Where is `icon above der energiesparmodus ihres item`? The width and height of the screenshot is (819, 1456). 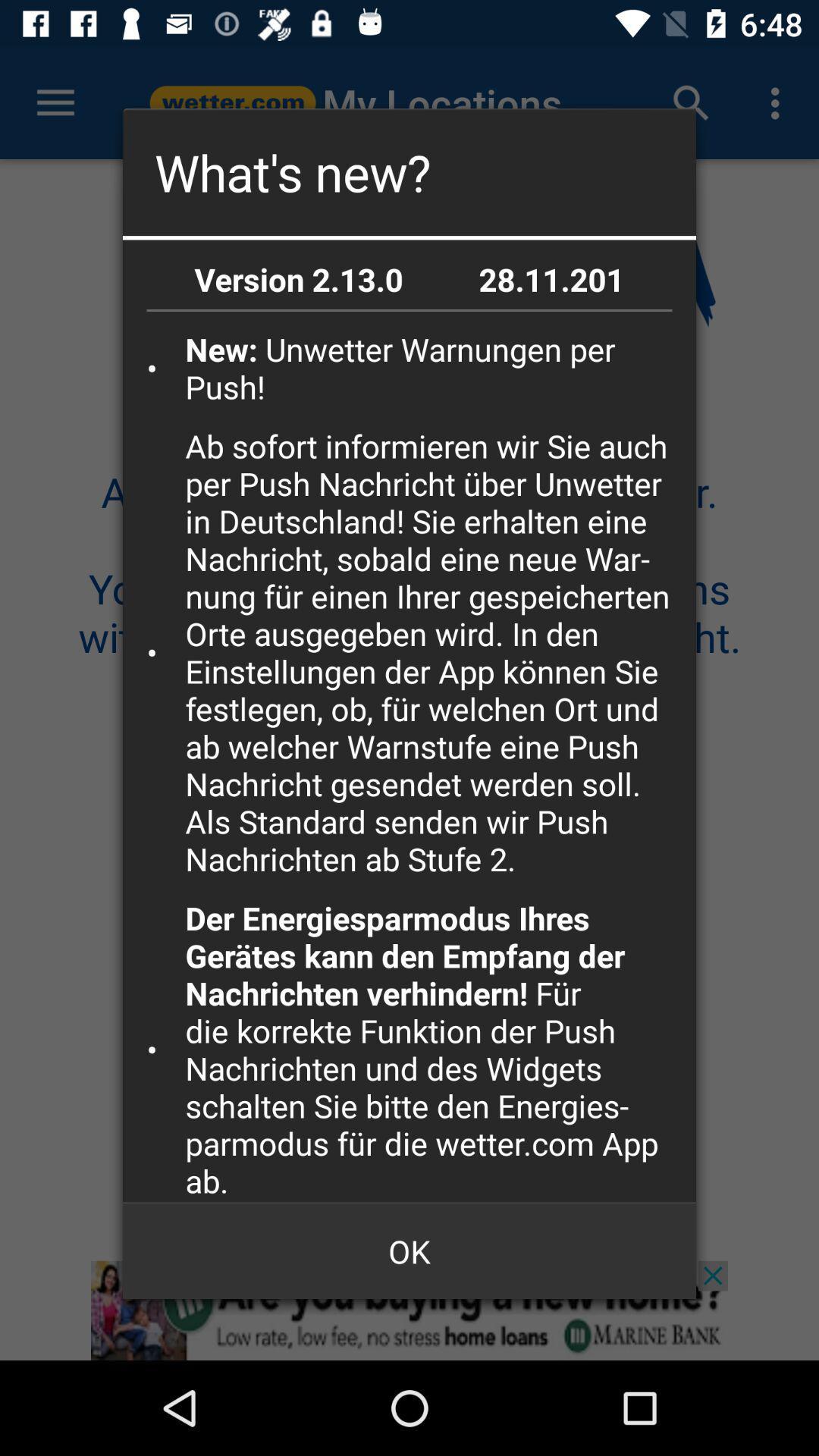 icon above der energiesparmodus ihres item is located at coordinates (435, 652).